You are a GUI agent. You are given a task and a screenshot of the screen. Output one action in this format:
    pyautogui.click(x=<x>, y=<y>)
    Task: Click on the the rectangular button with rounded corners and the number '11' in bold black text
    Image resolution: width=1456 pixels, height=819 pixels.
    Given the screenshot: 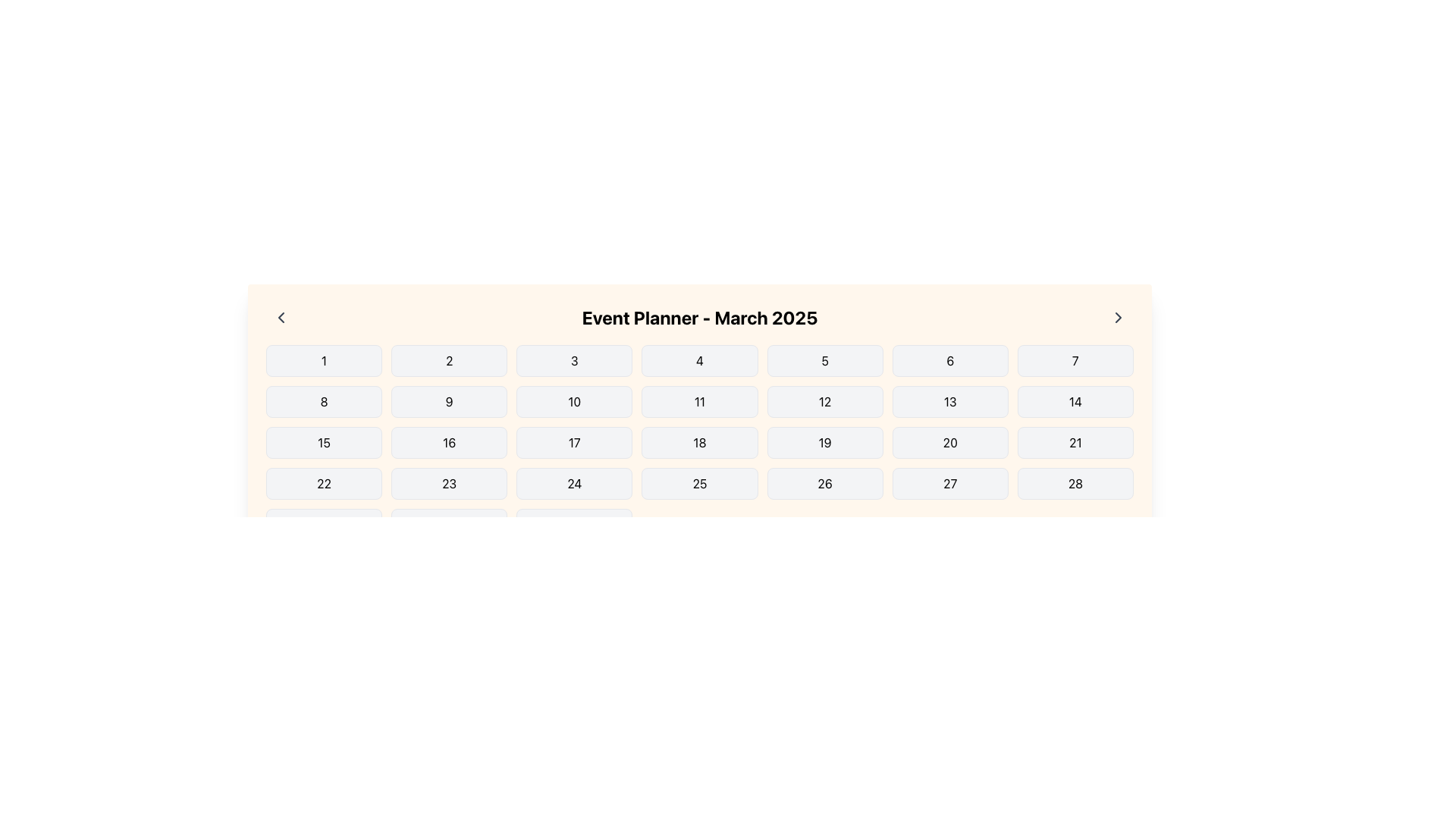 What is the action you would take?
    pyautogui.click(x=698, y=400)
    